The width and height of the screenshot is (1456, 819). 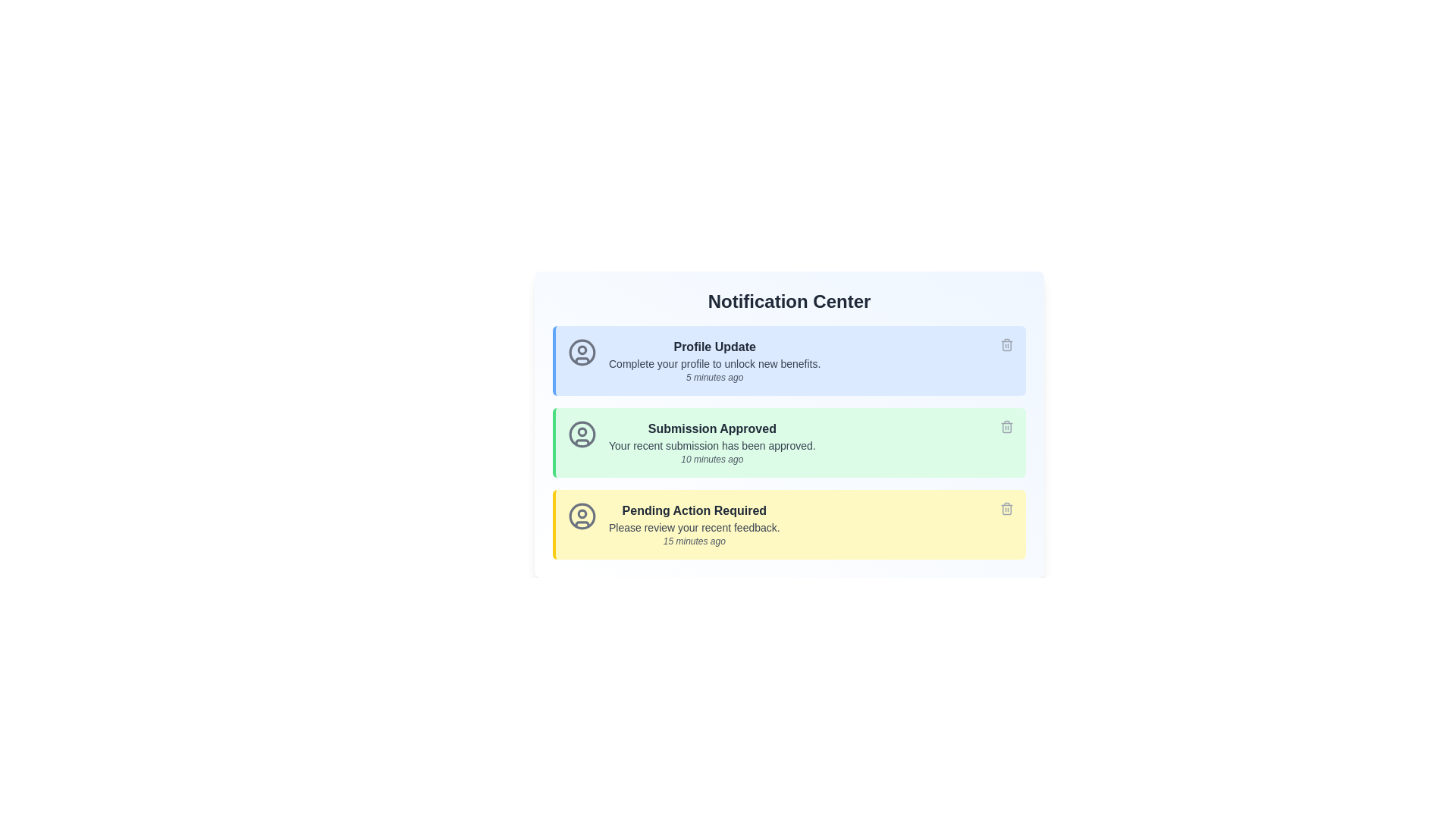 What do you see at coordinates (789, 301) in the screenshot?
I see `the Heading element that serves as the title for the notification section, which is positioned directly above a list of notifications` at bounding box center [789, 301].